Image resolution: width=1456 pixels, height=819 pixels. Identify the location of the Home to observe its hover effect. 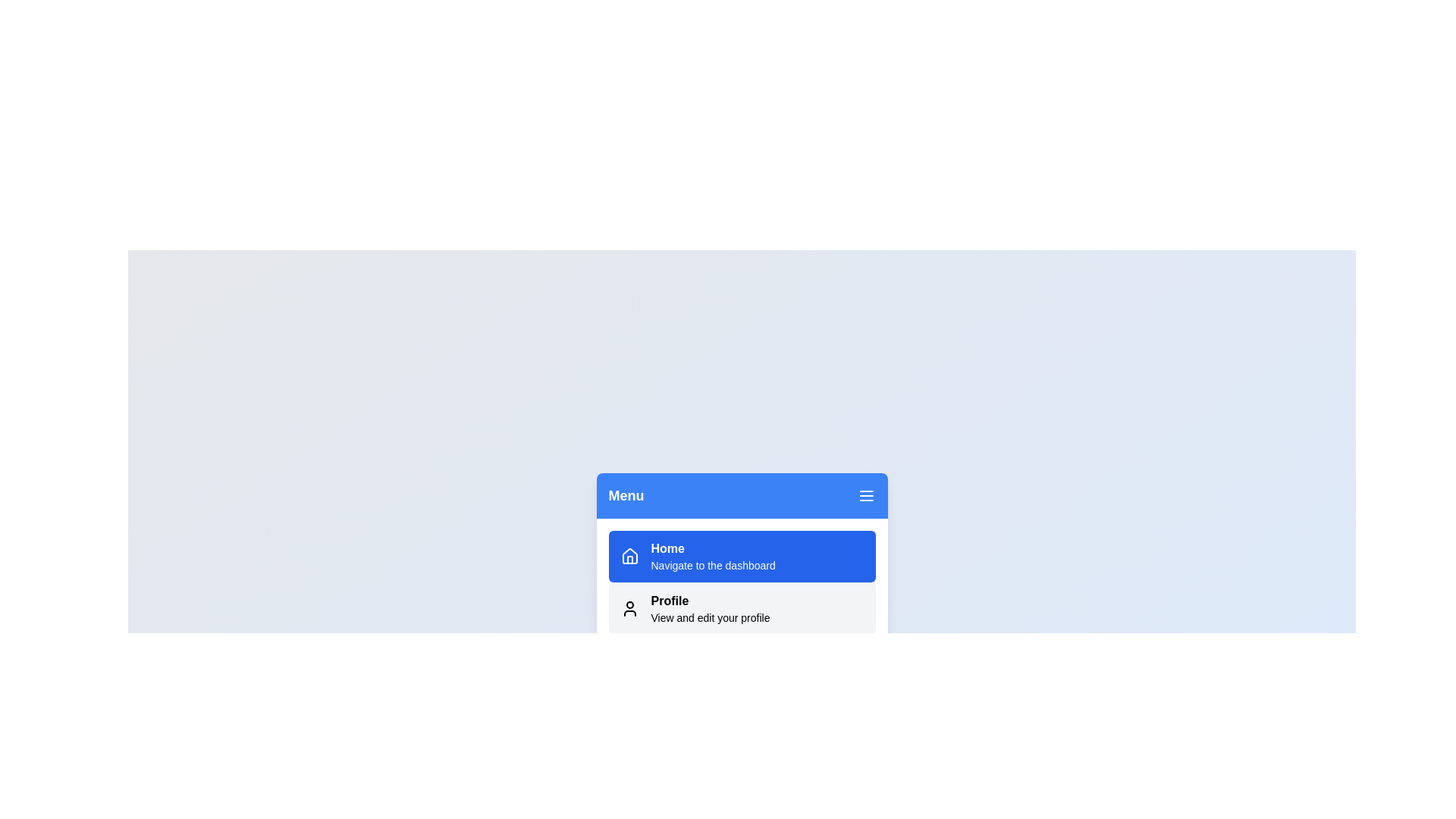
(742, 556).